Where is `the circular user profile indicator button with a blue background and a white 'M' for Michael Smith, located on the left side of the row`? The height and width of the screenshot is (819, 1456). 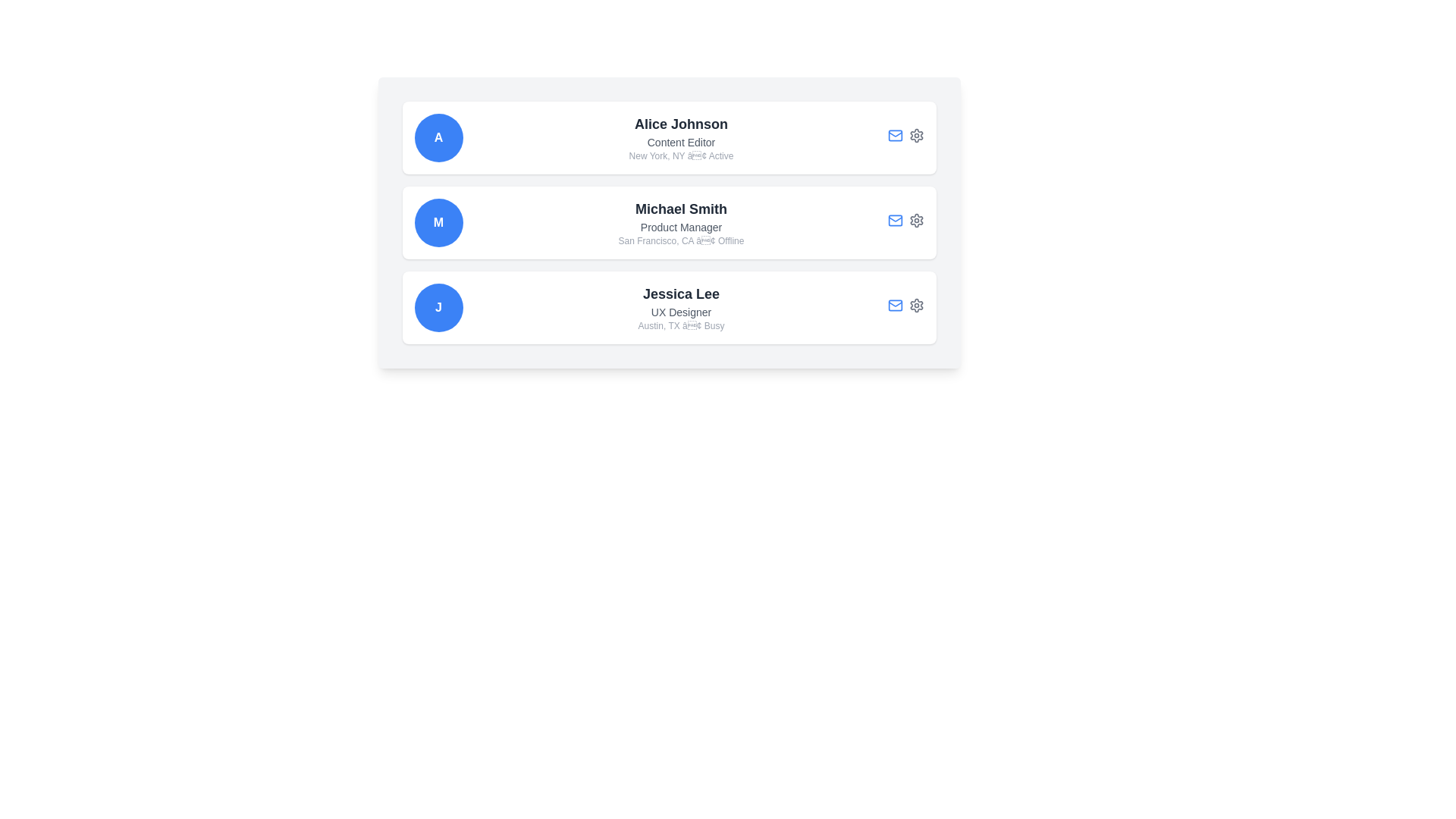 the circular user profile indicator button with a blue background and a white 'M' for Michael Smith, located on the left side of the row is located at coordinates (438, 222).